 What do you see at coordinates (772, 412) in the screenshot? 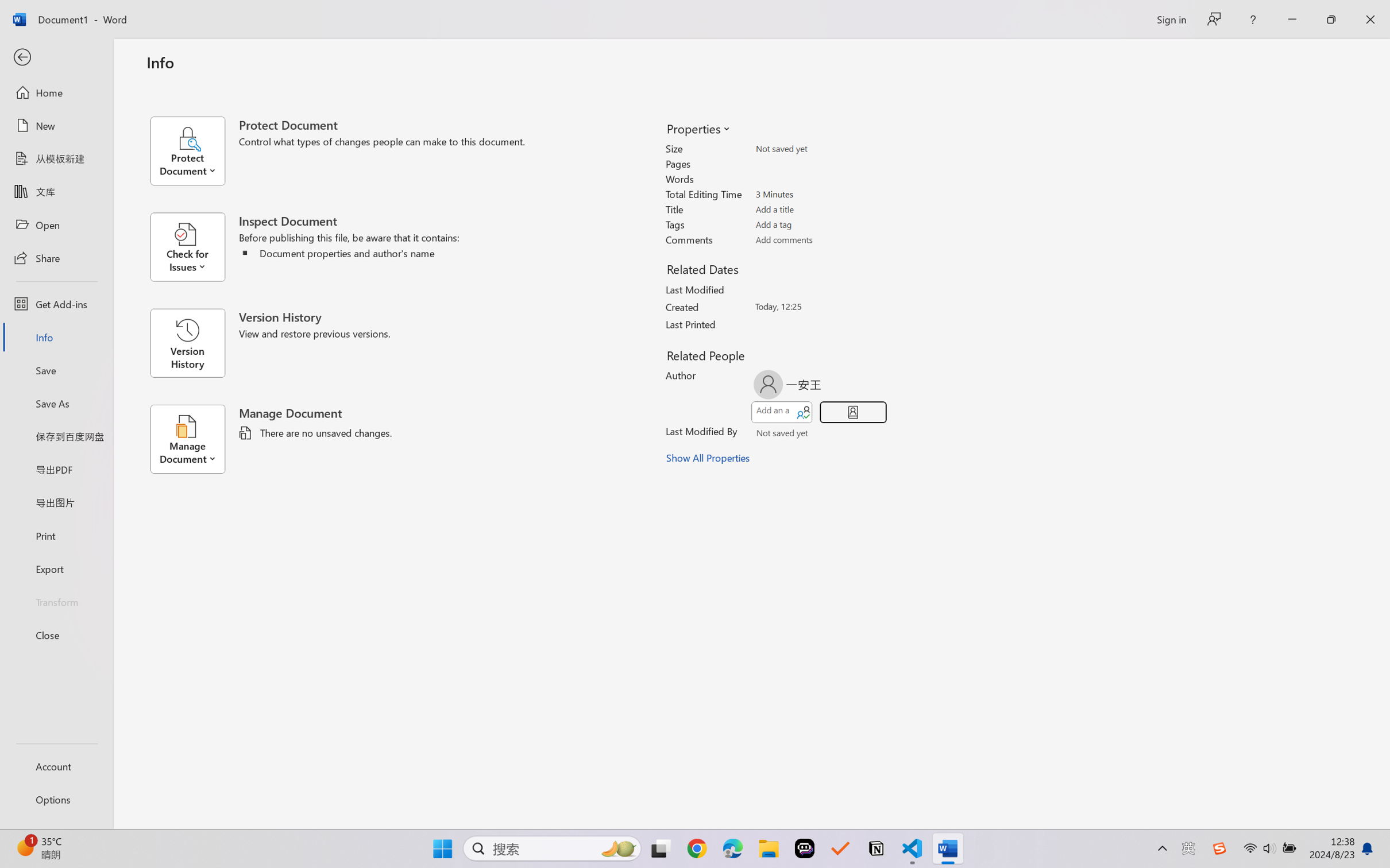
I see `'Add an author'` at bounding box center [772, 412].